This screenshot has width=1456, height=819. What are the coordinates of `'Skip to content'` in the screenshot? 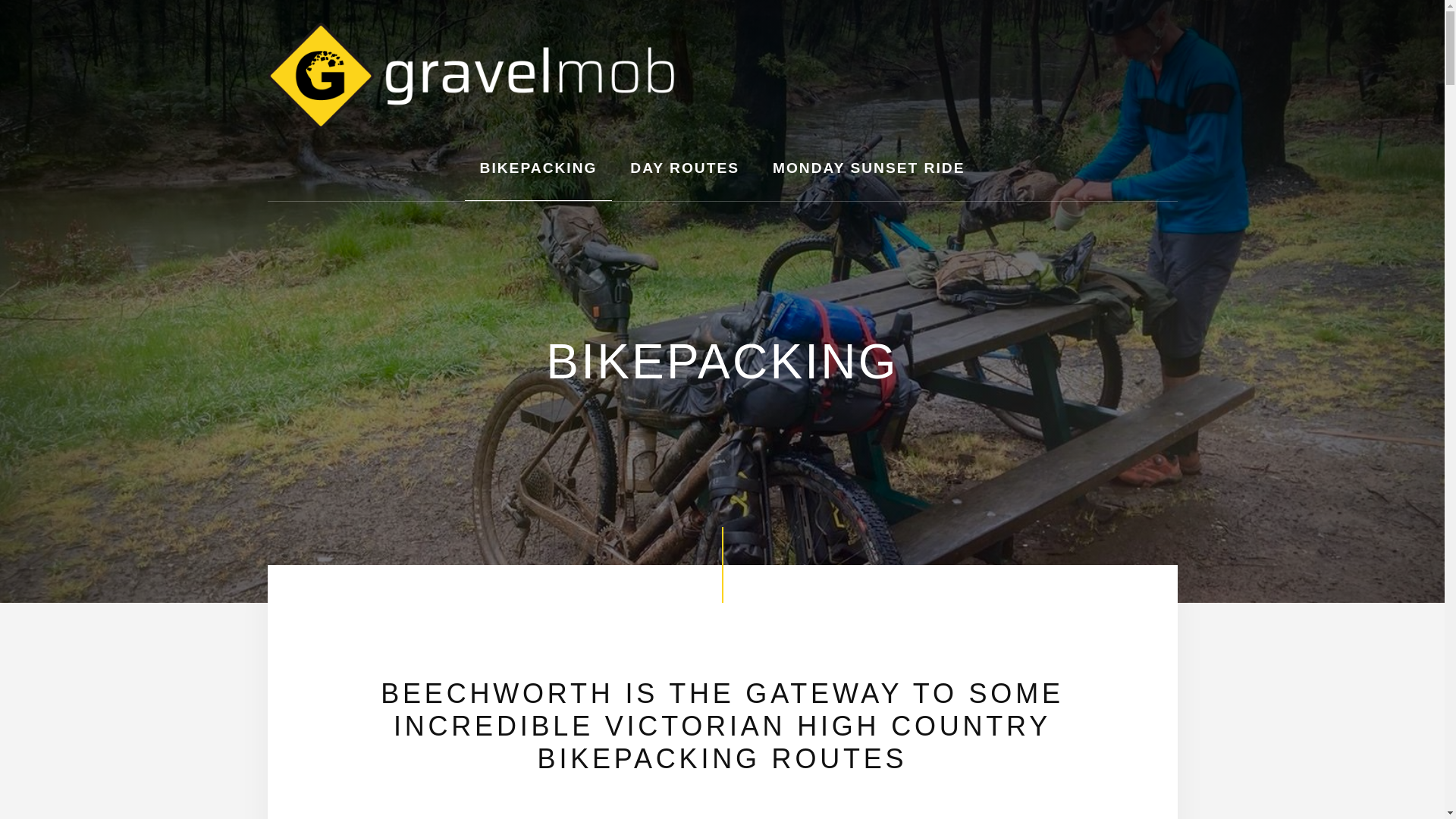 It's located at (0, 0).